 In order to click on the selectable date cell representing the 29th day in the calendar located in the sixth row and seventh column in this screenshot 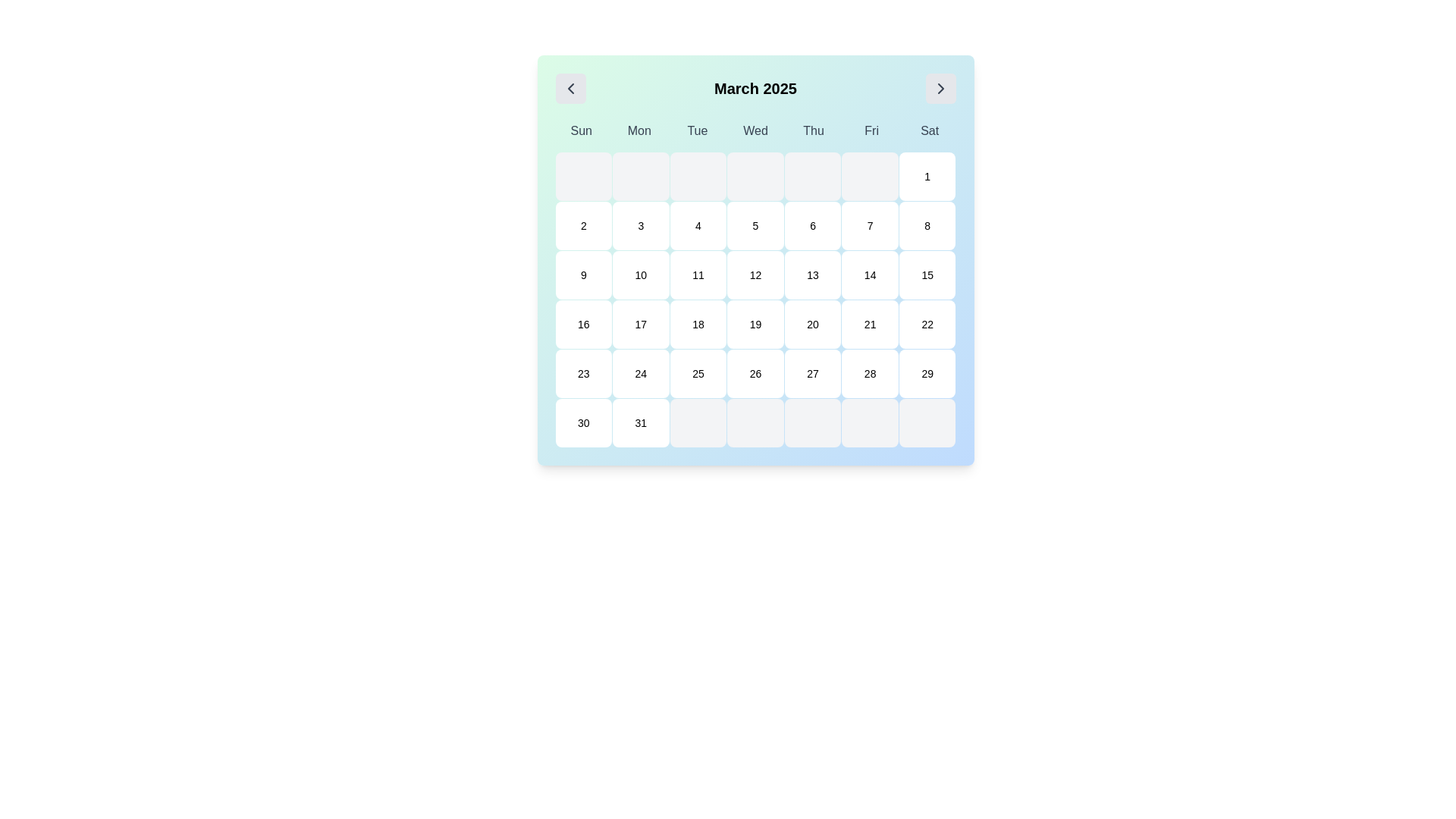, I will do `click(927, 374)`.